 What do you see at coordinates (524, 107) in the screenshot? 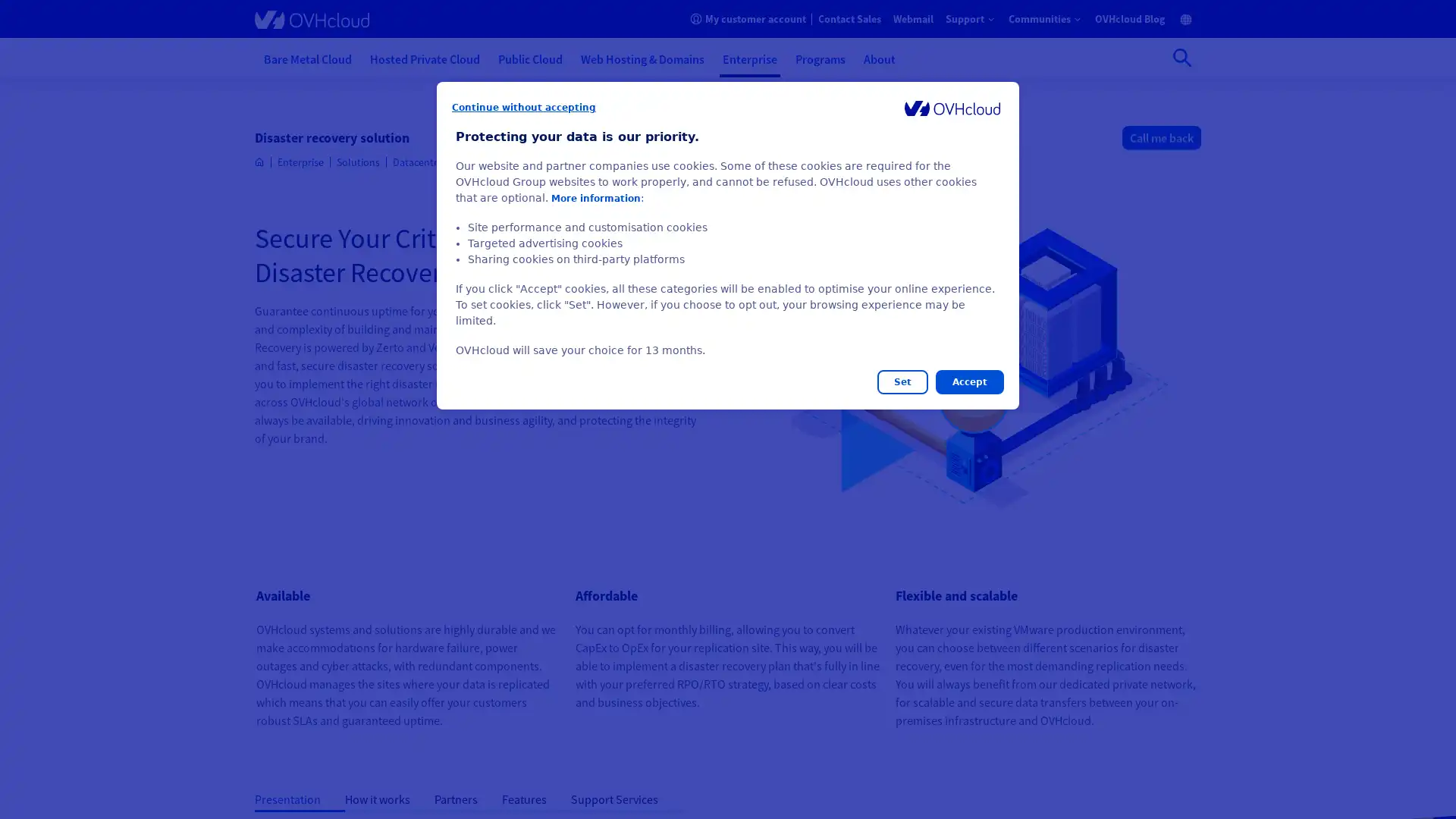
I see `Continue without accepting` at bounding box center [524, 107].